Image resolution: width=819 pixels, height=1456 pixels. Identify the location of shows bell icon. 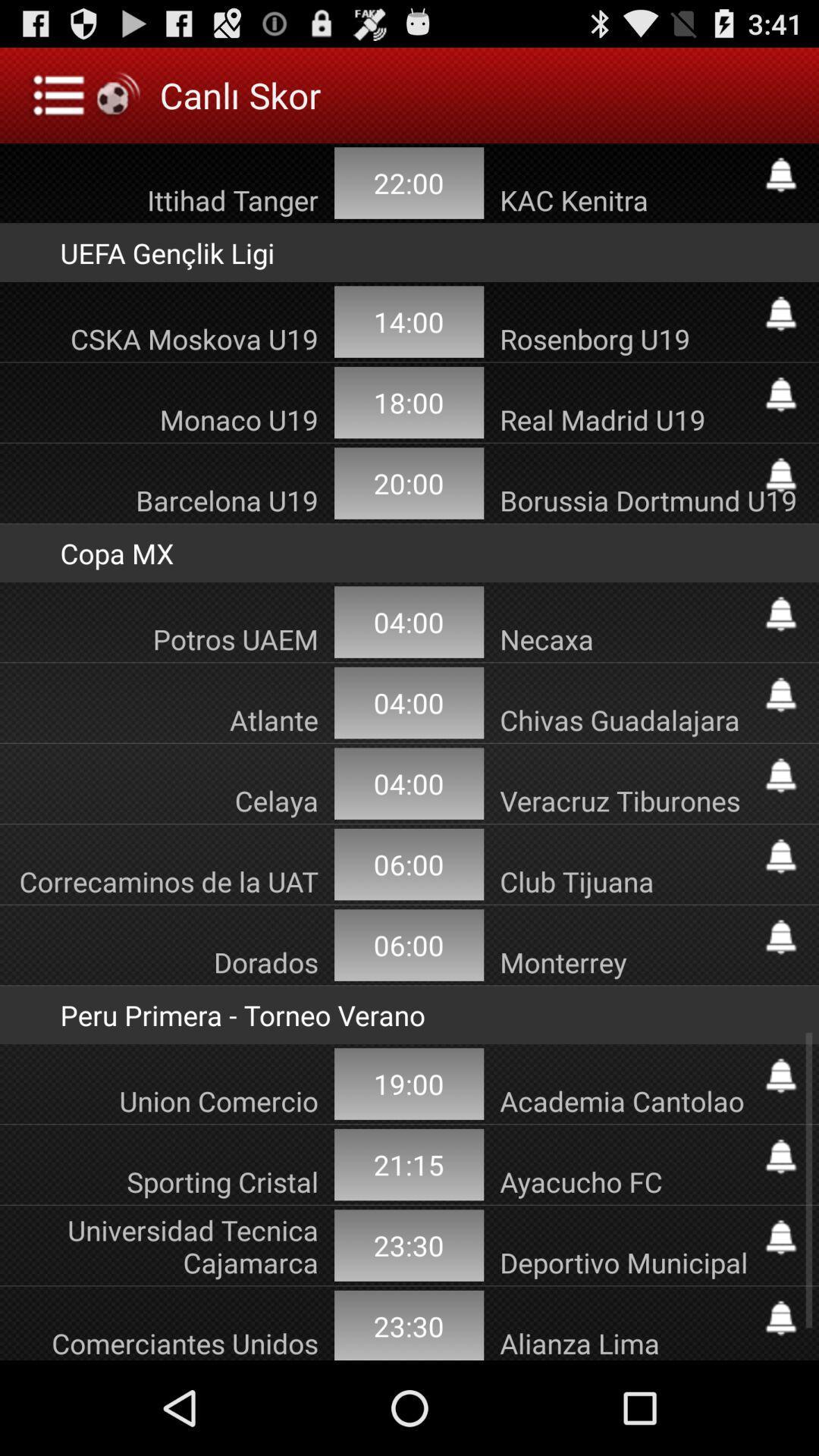
(780, 775).